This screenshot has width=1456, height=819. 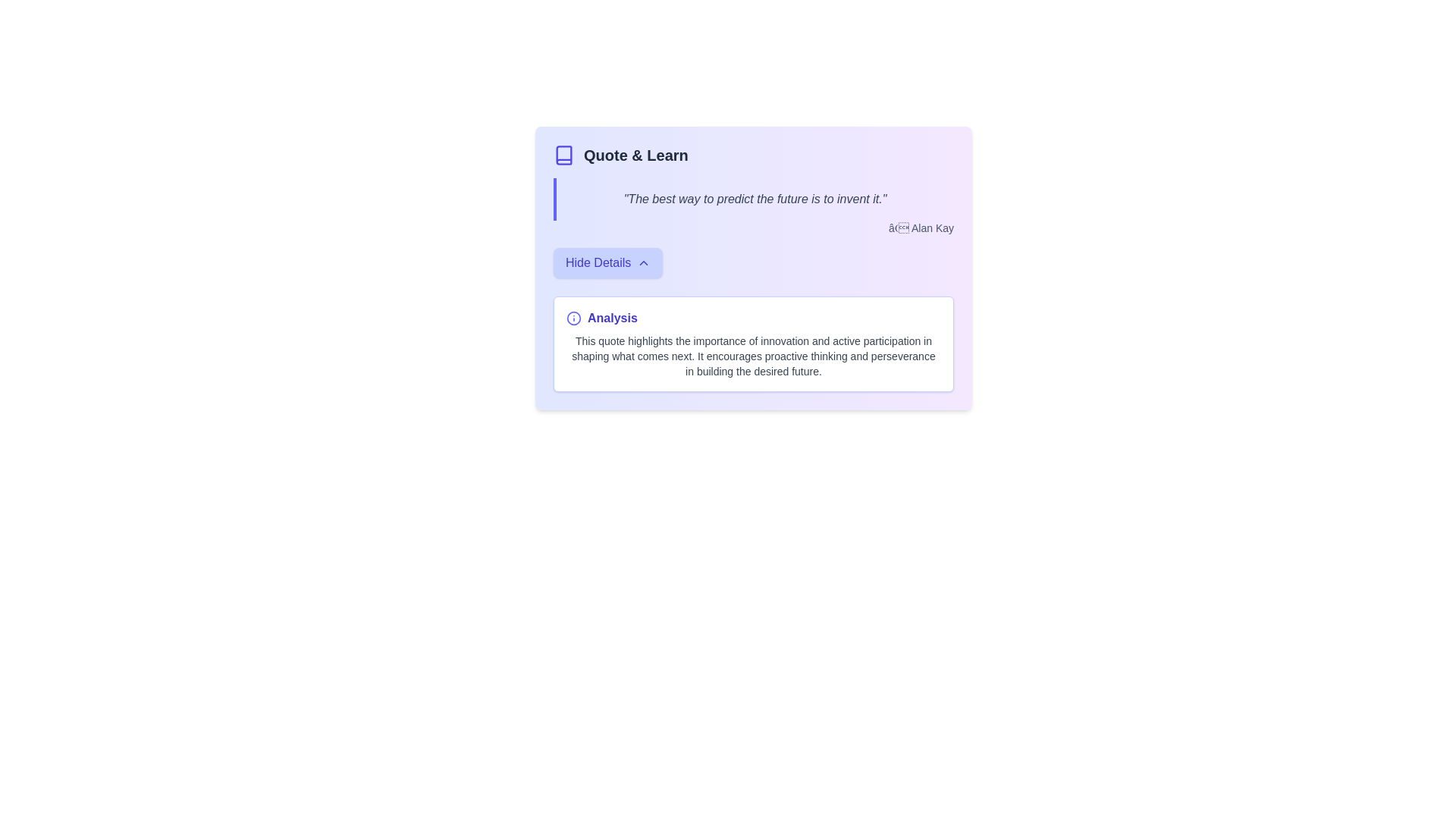 I want to click on the outermost circle of the information icon located in the top-right corner of the card-like interface, so click(x=573, y=318).